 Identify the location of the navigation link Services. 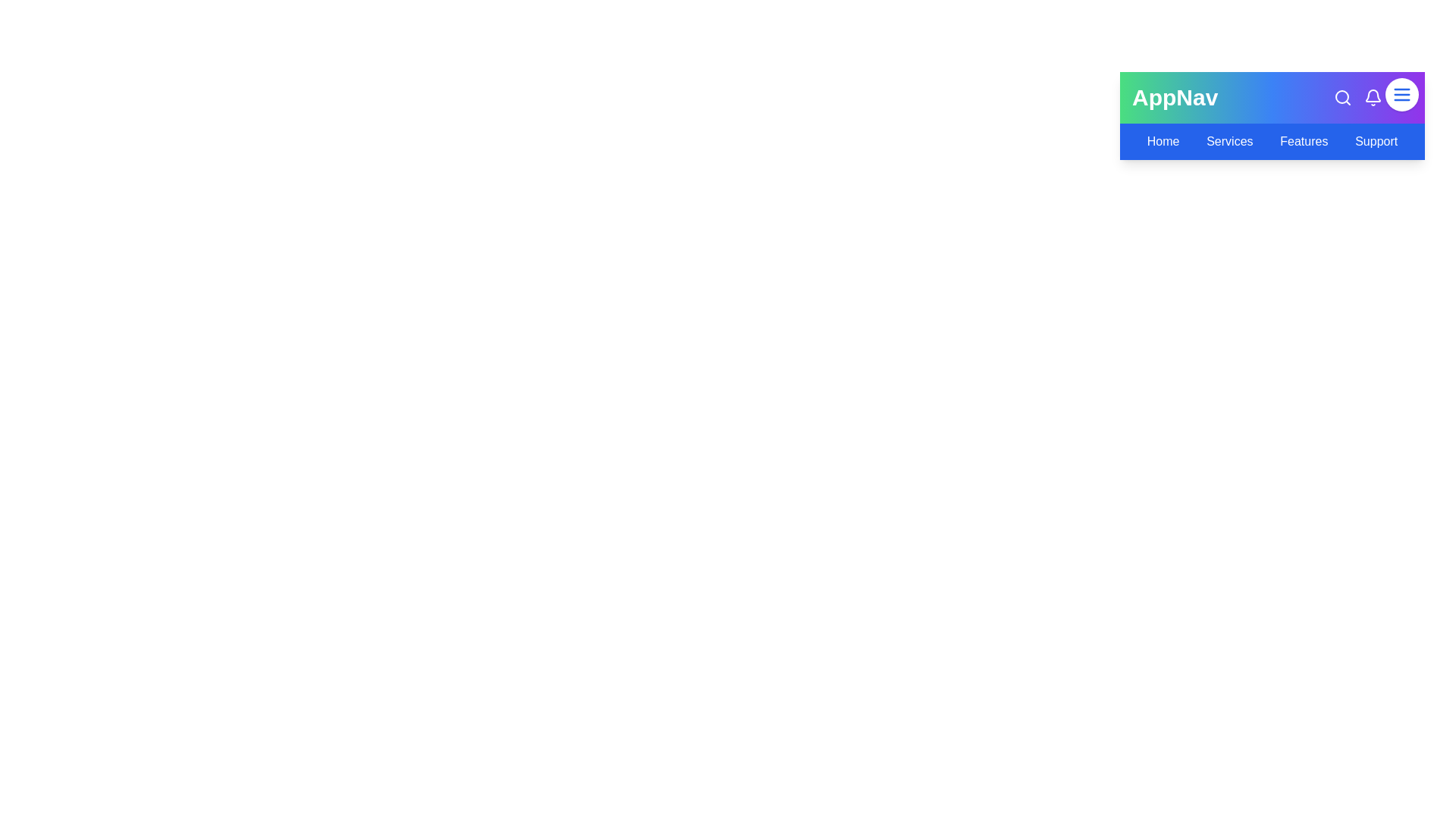
(1230, 141).